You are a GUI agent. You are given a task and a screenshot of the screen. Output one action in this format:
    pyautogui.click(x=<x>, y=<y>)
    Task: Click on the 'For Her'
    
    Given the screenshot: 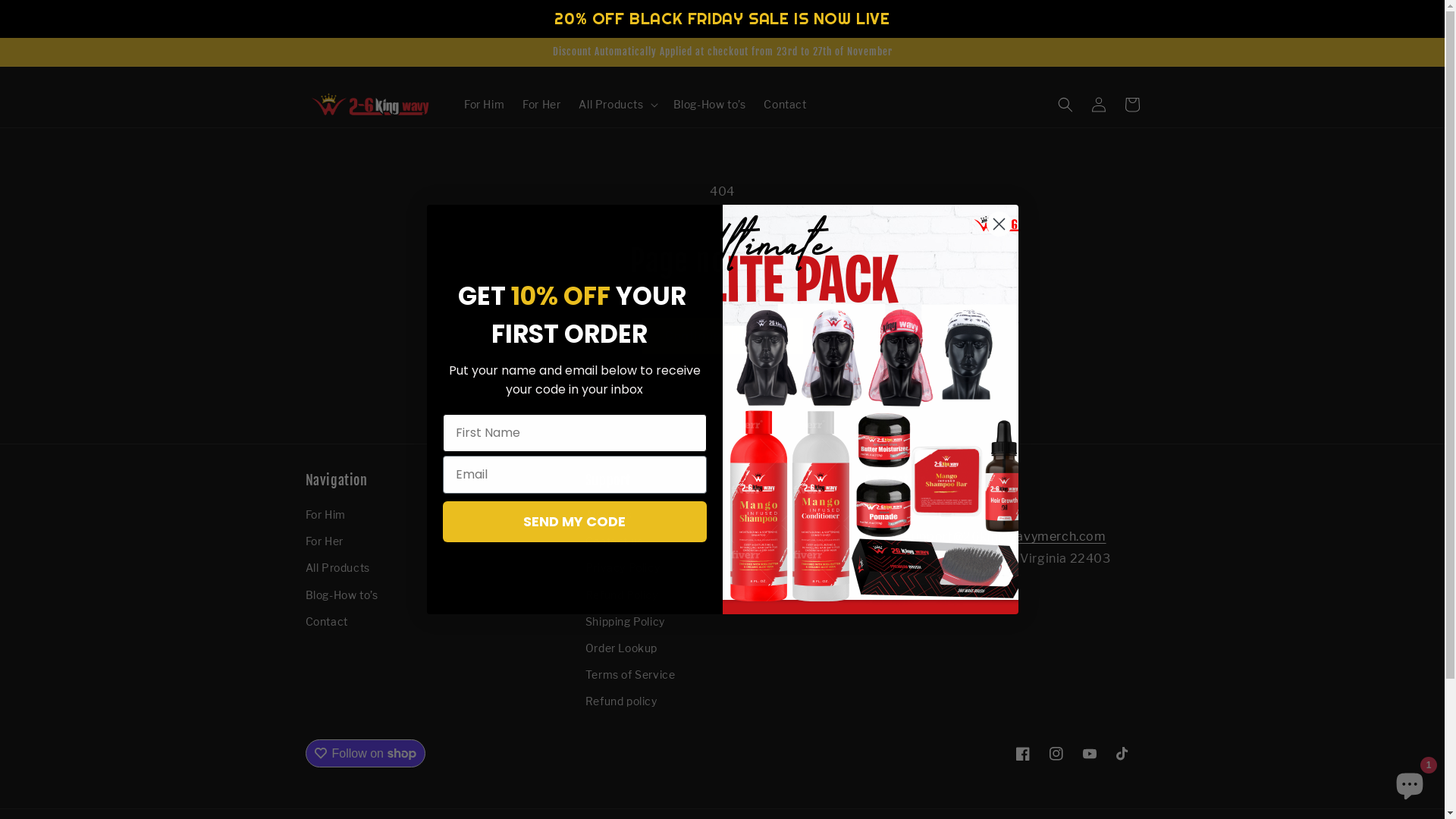 What is the action you would take?
    pyautogui.click(x=323, y=540)
    